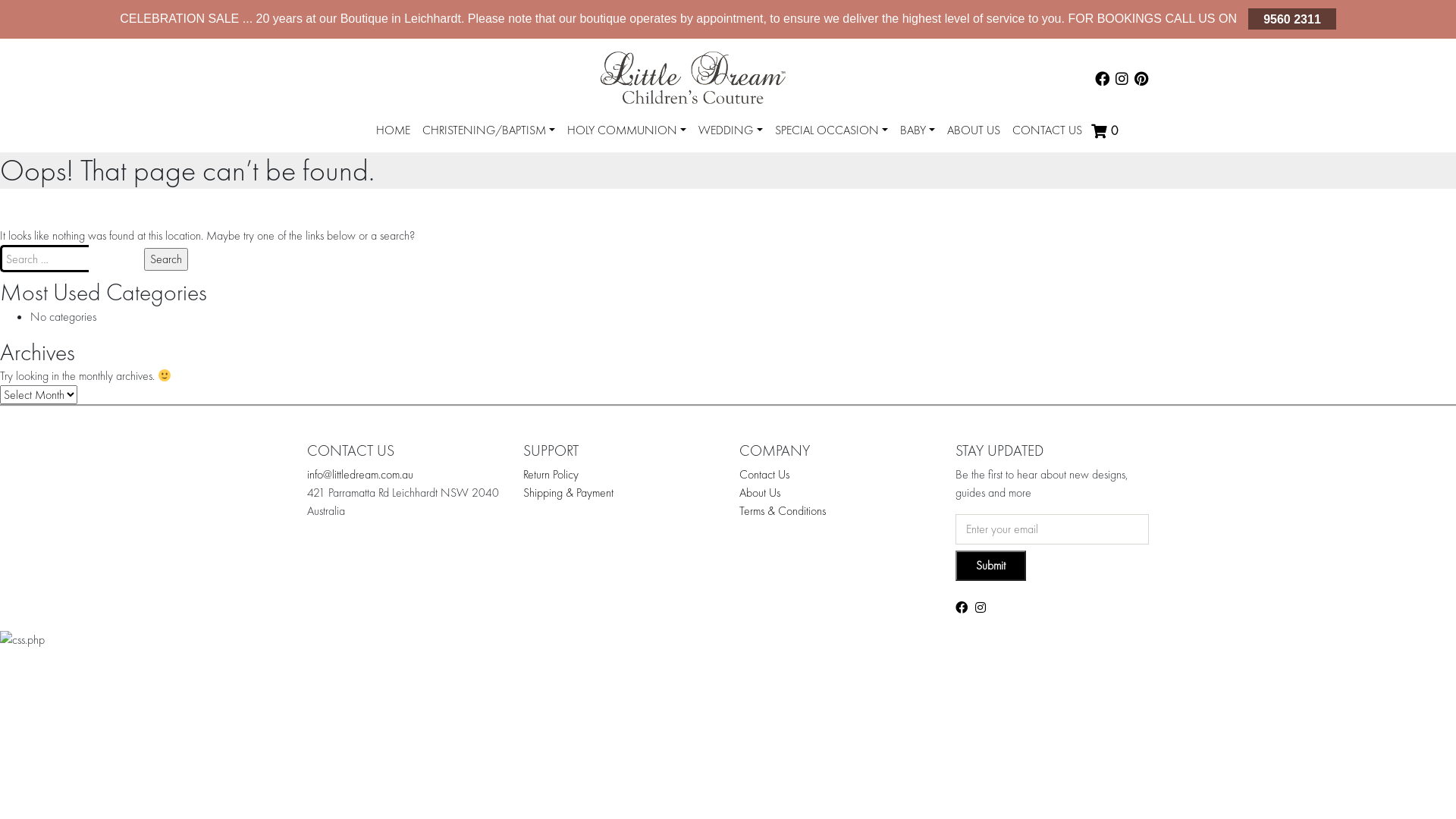  Describe the element at coordinates (488, 130) in the screenshot. I see `'CHRISTENING/BAPTISM'` at that location.